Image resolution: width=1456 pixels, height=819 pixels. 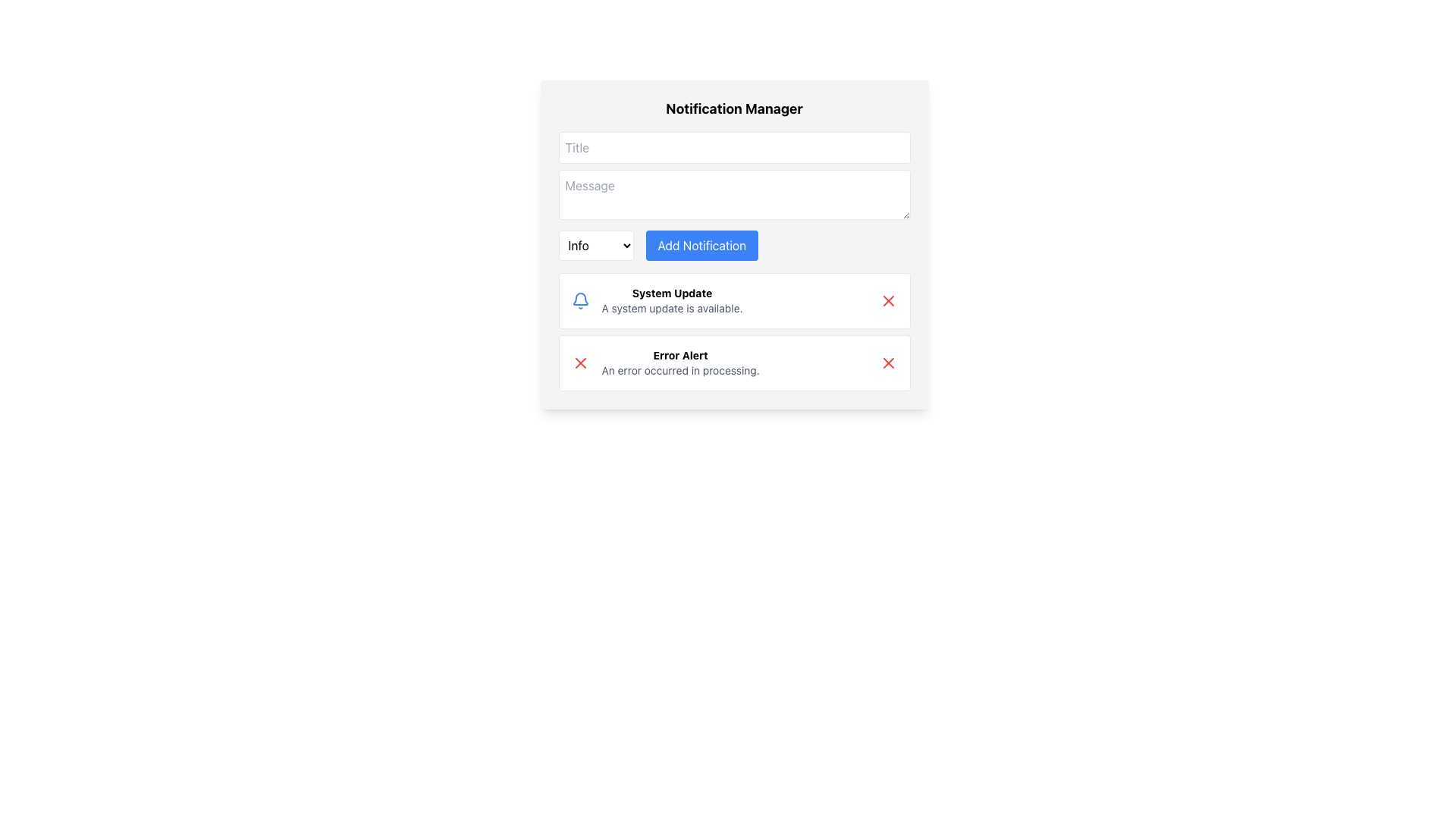 I want to click on the blue bell icon representing notifications, so click(x=579, y=301).